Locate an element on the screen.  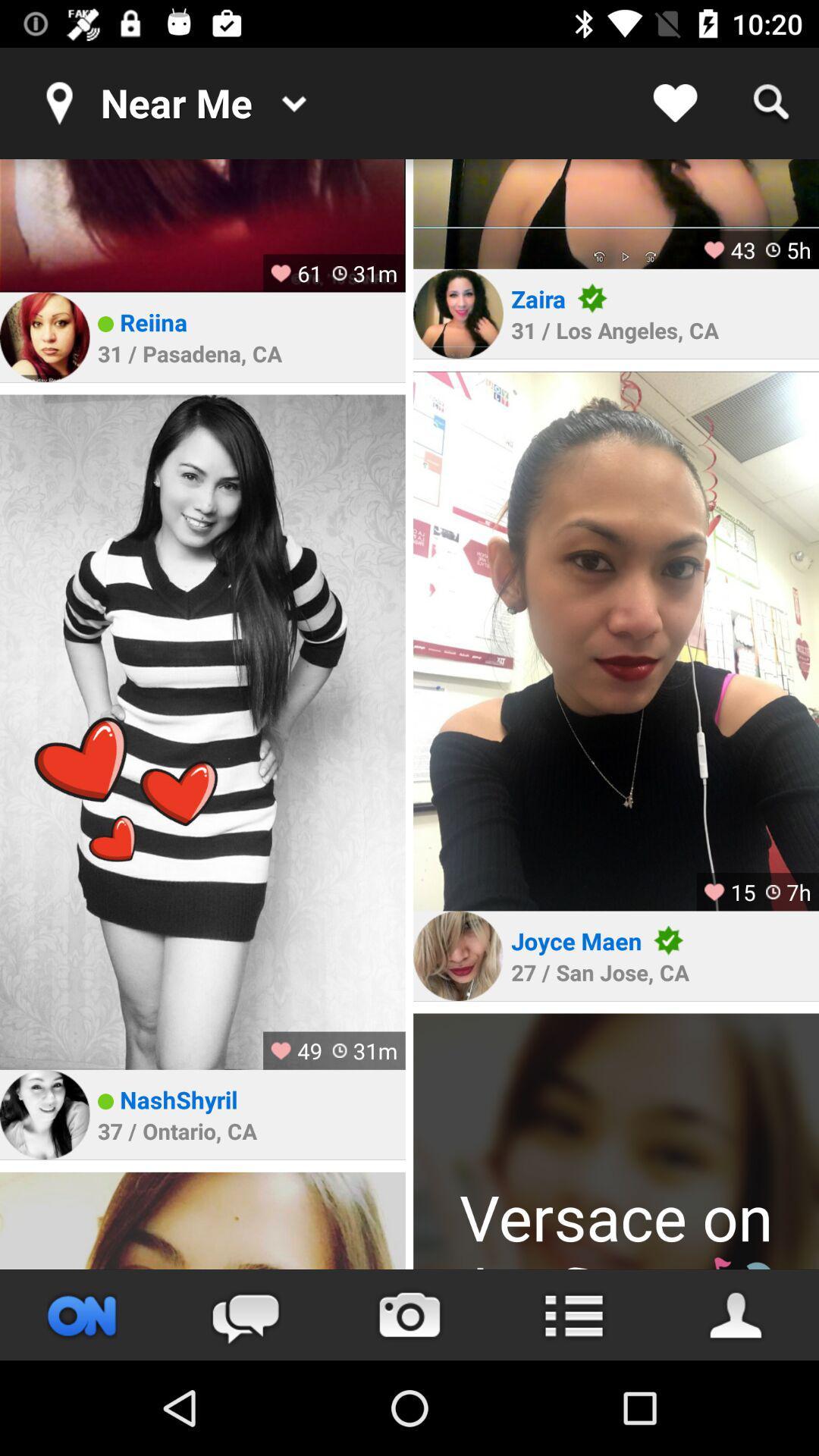
enlarges image is located at coordinates (616, 641).